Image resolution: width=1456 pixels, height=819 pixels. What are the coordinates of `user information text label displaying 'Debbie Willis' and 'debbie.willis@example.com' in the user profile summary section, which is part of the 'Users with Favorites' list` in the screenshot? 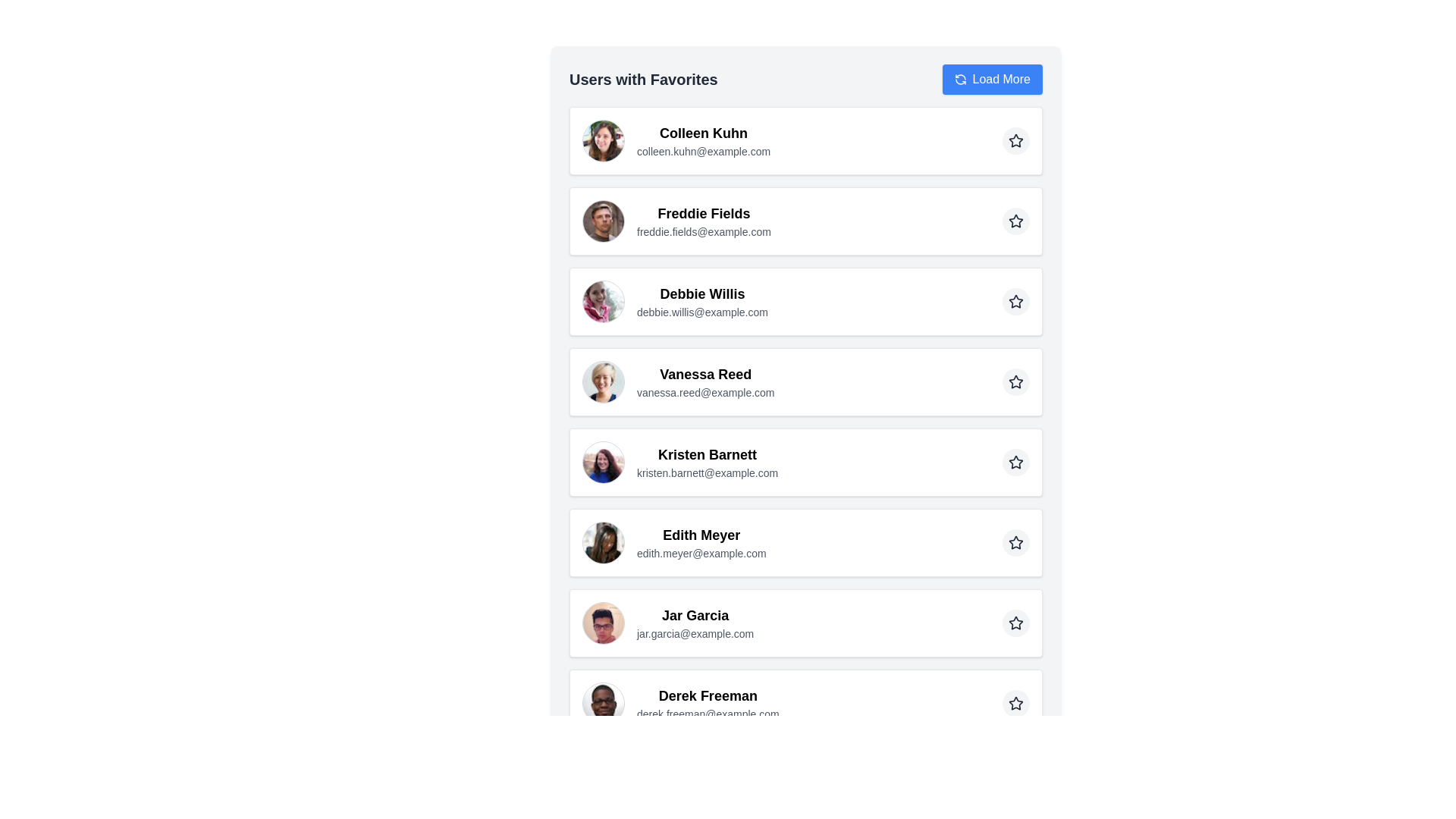 It's located at (701, 301).